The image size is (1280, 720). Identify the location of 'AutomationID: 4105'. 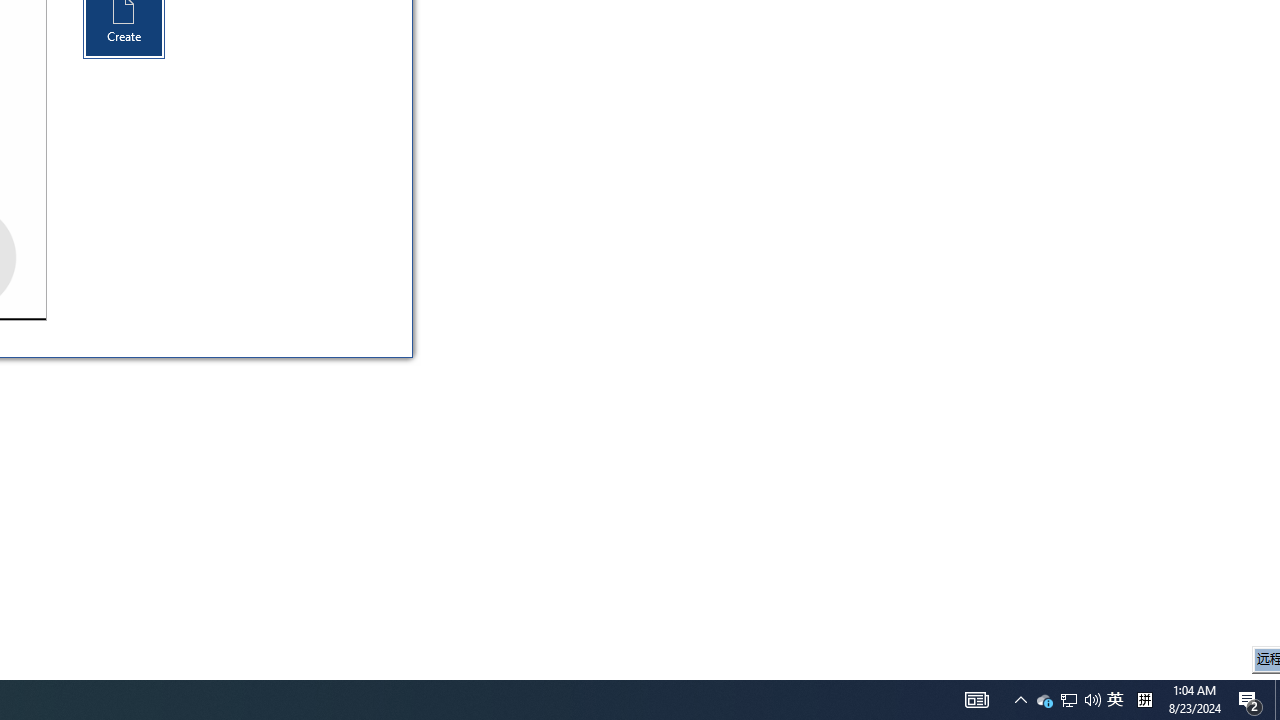
(977, 698).